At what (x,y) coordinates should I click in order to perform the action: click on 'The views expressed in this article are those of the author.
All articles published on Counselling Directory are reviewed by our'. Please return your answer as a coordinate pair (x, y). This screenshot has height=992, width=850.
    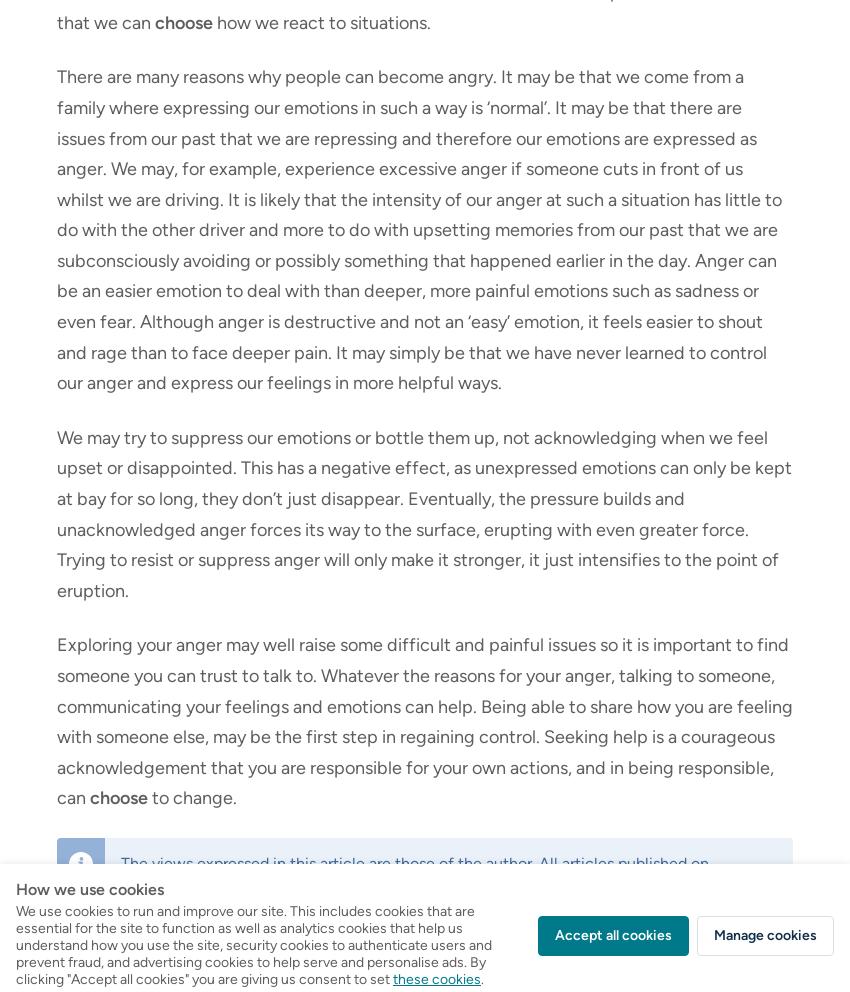
    Looking at the image, I should click on (414, 872).